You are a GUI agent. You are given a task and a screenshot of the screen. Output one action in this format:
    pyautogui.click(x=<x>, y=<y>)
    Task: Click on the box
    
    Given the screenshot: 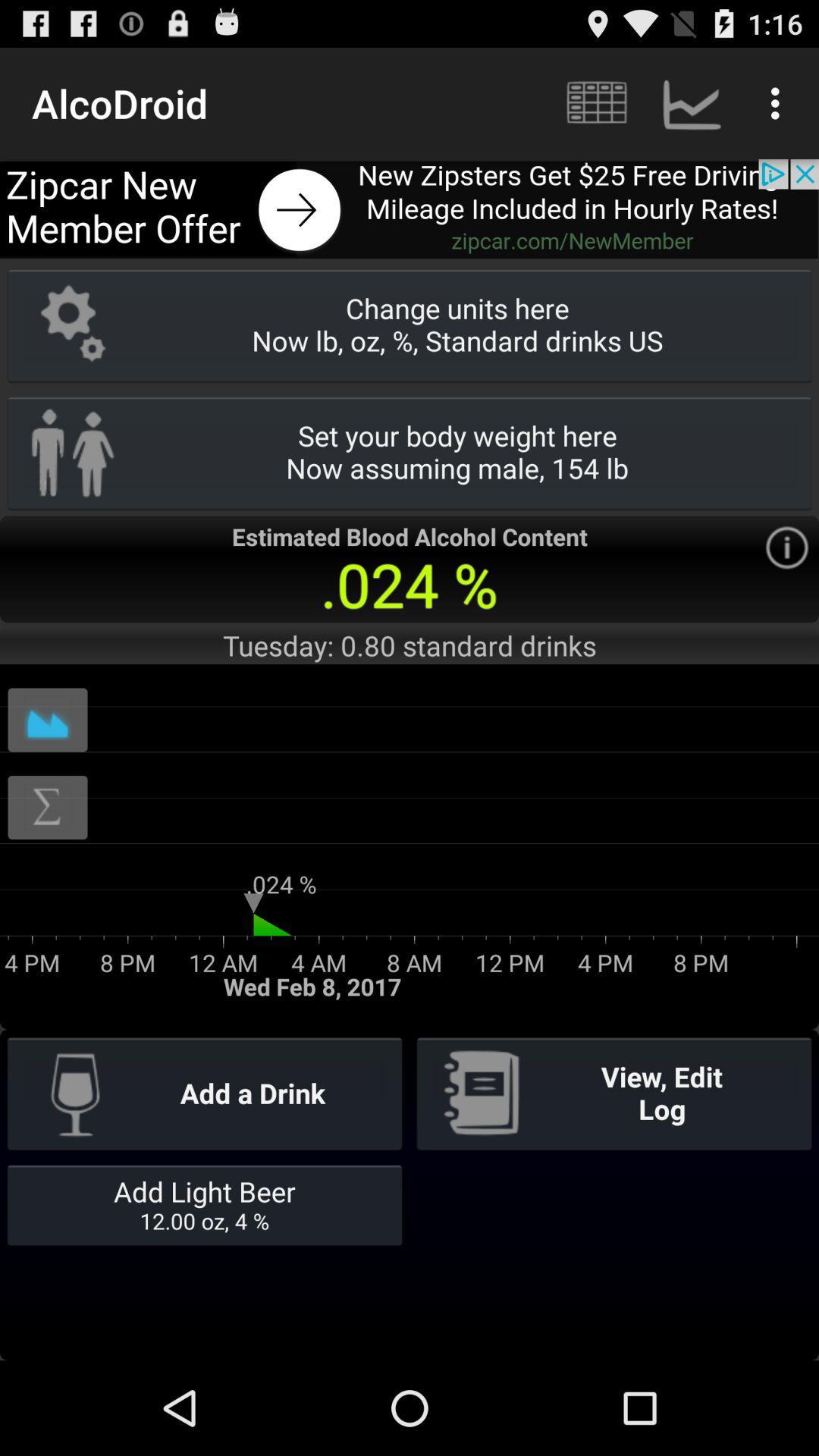 What is the action you would take?
    pyautogui.click(x=46, y=719)
    